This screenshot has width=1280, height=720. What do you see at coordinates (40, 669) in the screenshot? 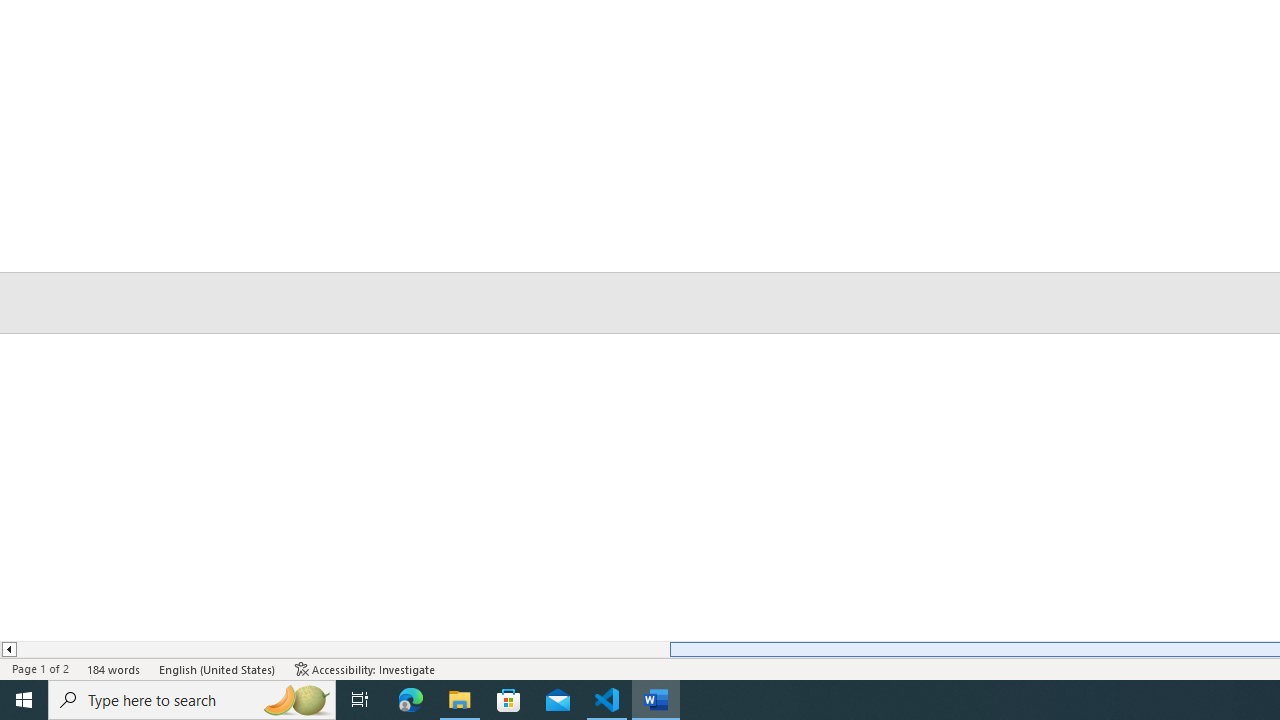
I see `'Page Number Page 1 of 2'` at bounding box center [40, 669].